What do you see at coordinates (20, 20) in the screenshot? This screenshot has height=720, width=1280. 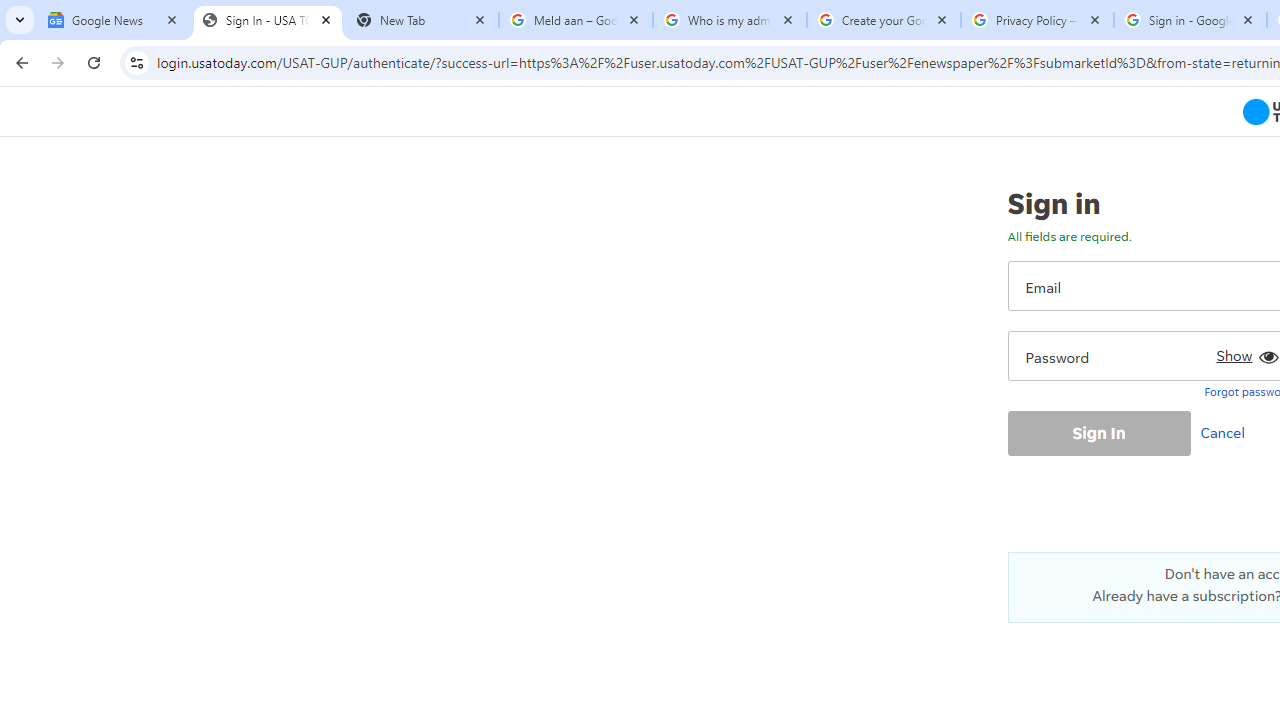 I see `'Search tabs'` at bounding box center [20, 20].